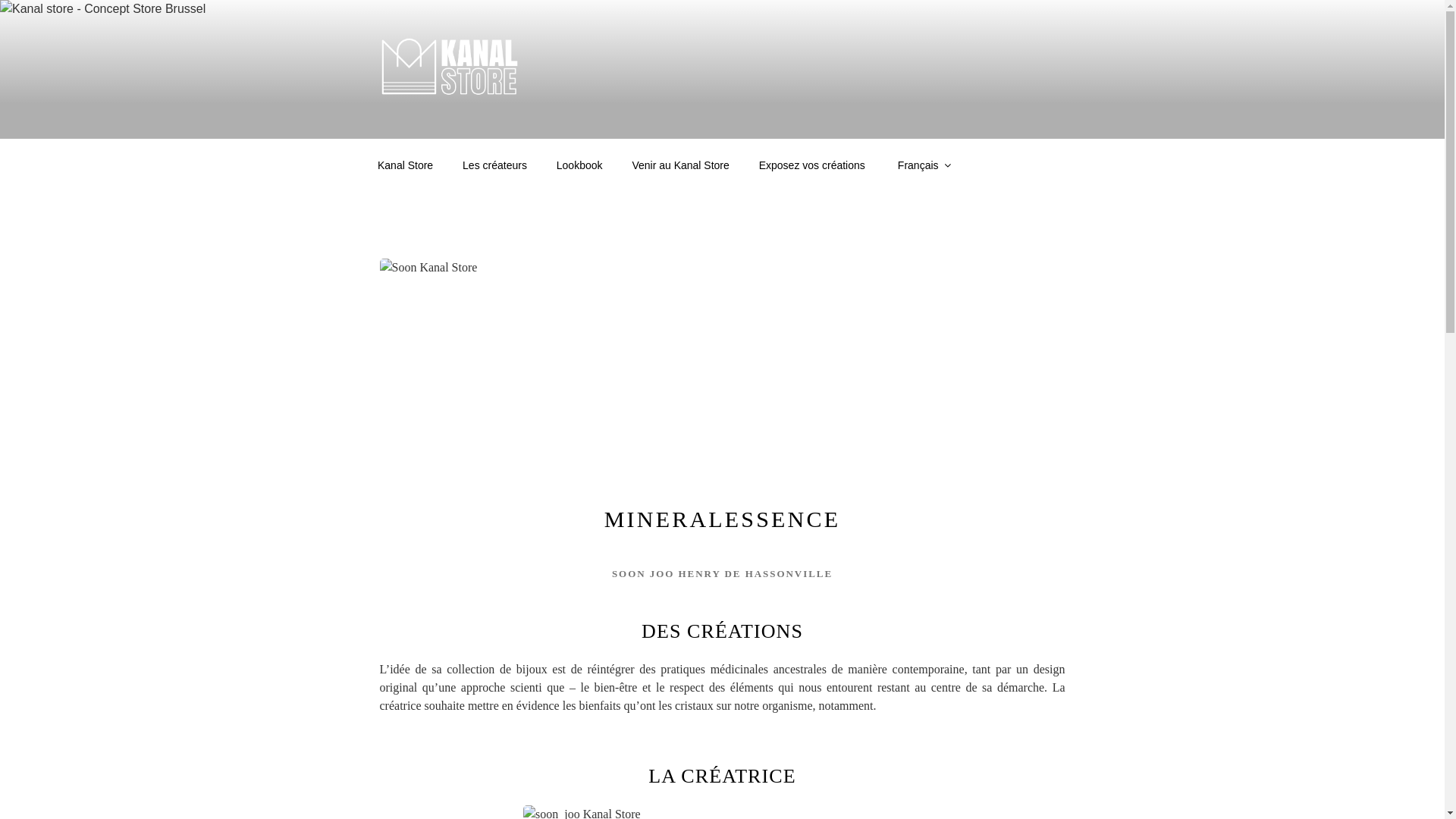 The height and width of the screenshot is (819, 1456). I want to click on 'Venir au Kanal Store', so click(619, 165).